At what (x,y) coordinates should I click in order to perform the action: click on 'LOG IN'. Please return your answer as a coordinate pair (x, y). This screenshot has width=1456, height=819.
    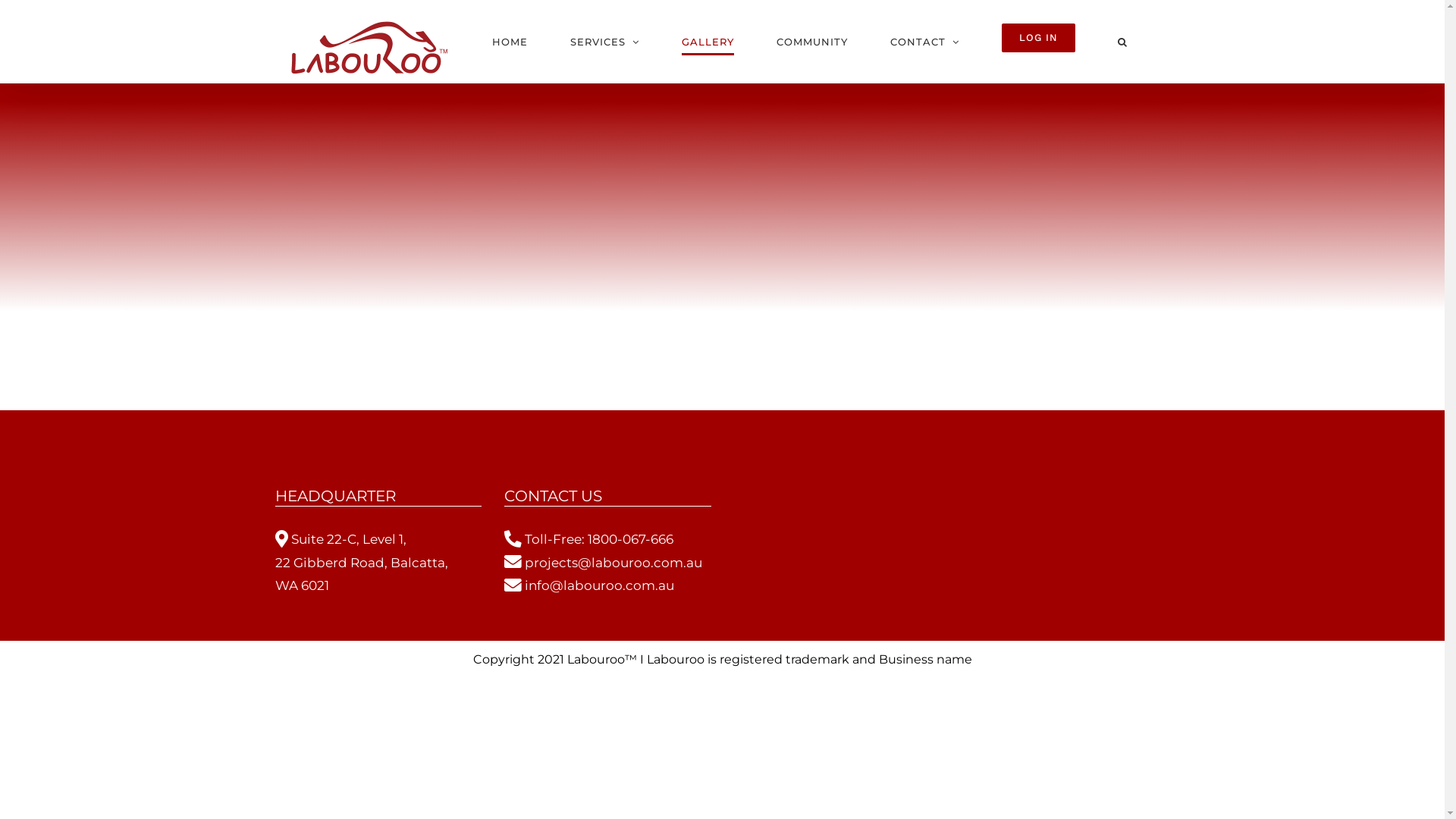
    Looking at the image, I should click on (1037, 40).